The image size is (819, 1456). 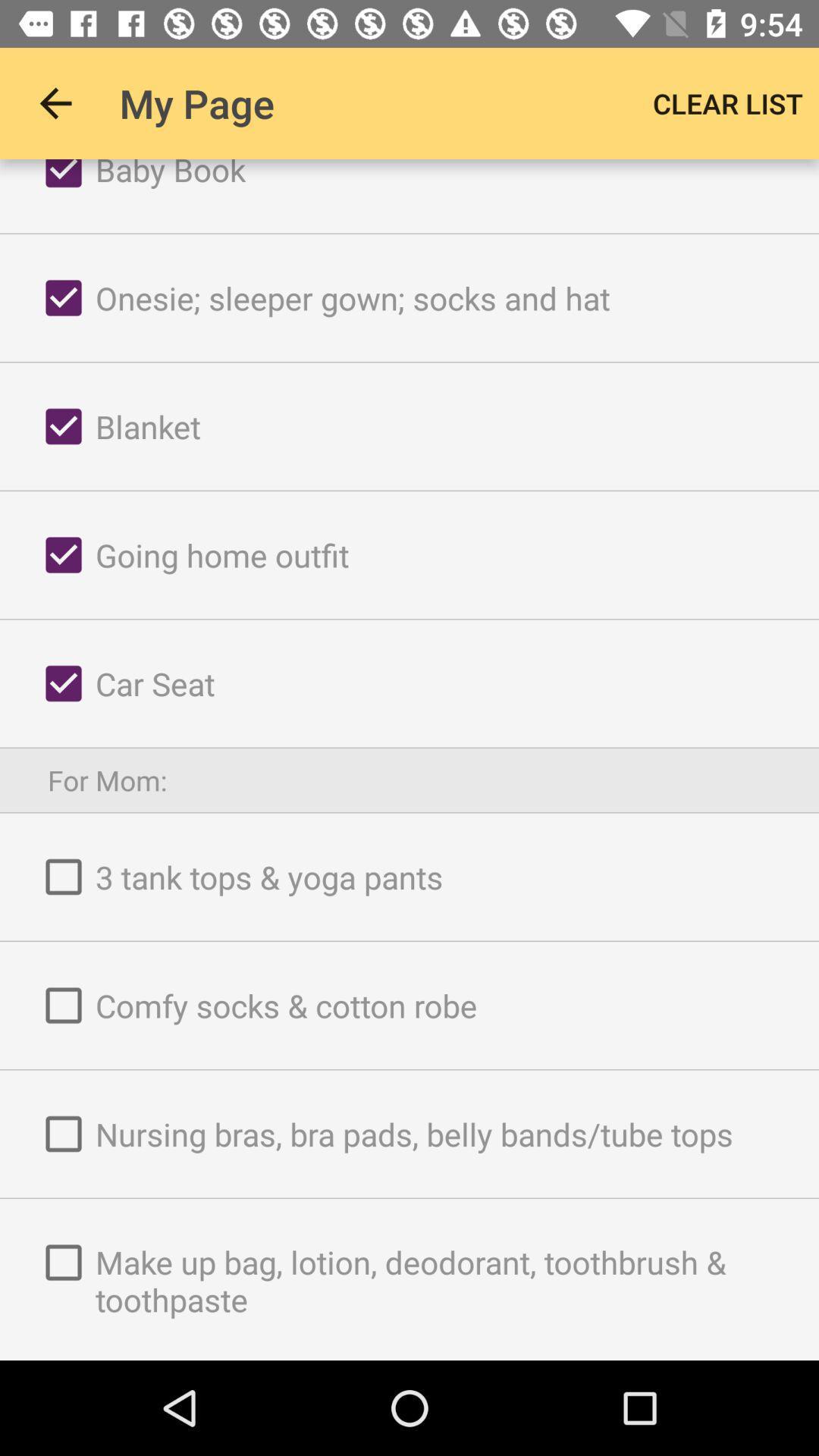 What do you see at coordinates (727, 102) in the screenshot?
I see `the item next to the my page` at bounding box center [727, 102].